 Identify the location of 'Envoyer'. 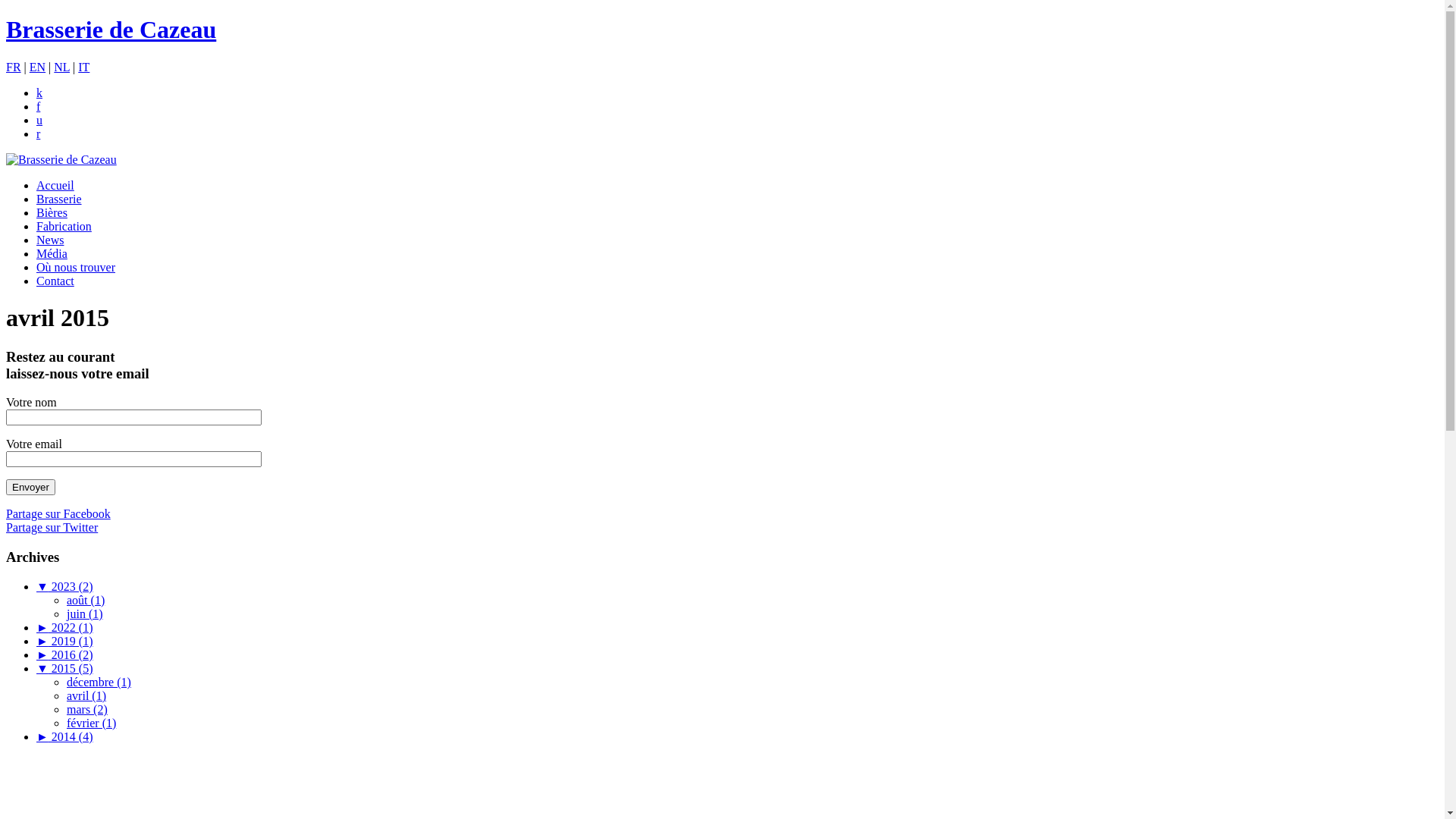
(30, 487).